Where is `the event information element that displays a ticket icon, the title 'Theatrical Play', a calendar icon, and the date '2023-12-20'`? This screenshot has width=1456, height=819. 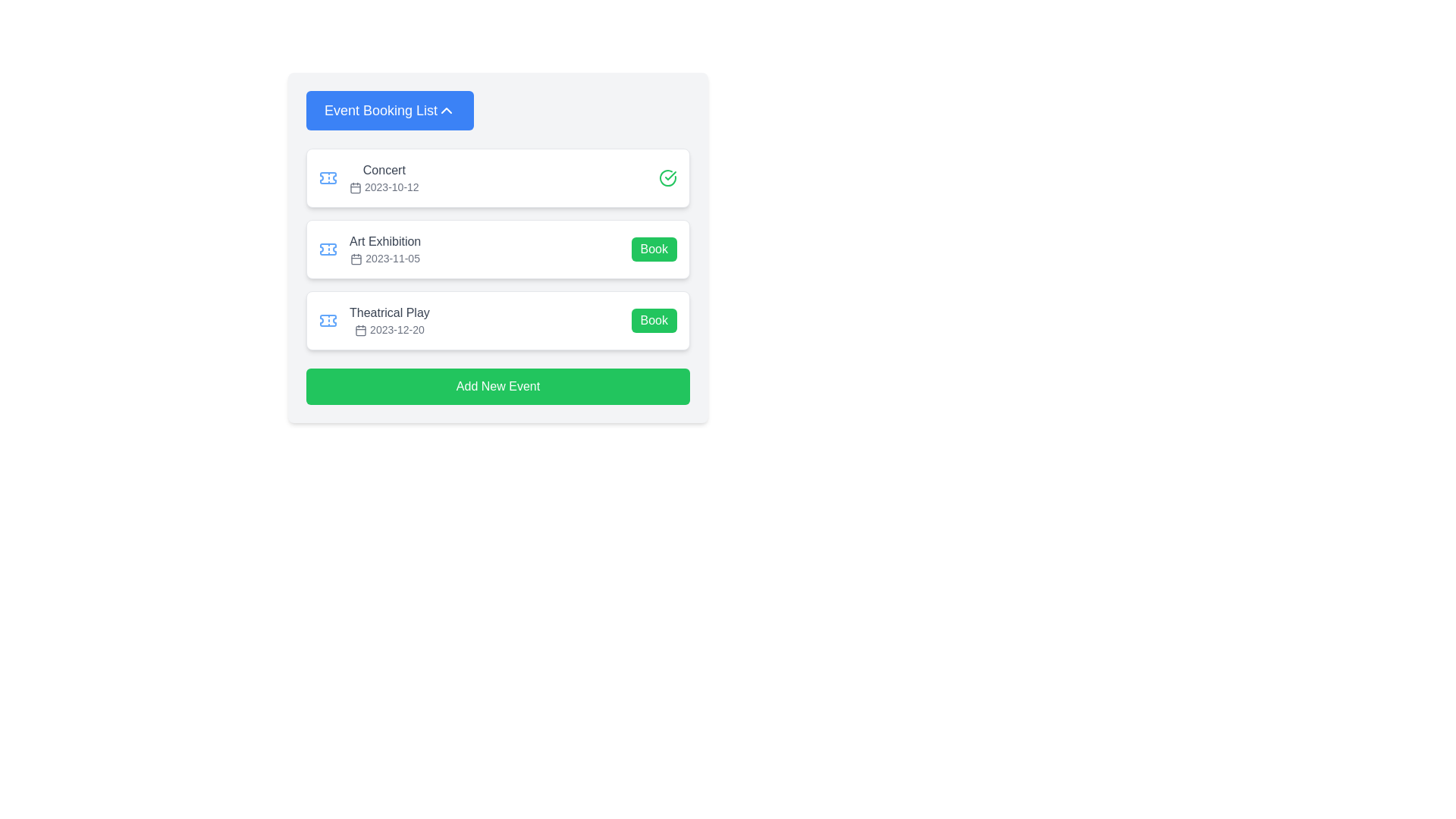
the event information element that displays a ticket icon, the title 'Theatrical Play', a calendar icon, and the date '2023-12-20' is located at coordinates (374, 320).